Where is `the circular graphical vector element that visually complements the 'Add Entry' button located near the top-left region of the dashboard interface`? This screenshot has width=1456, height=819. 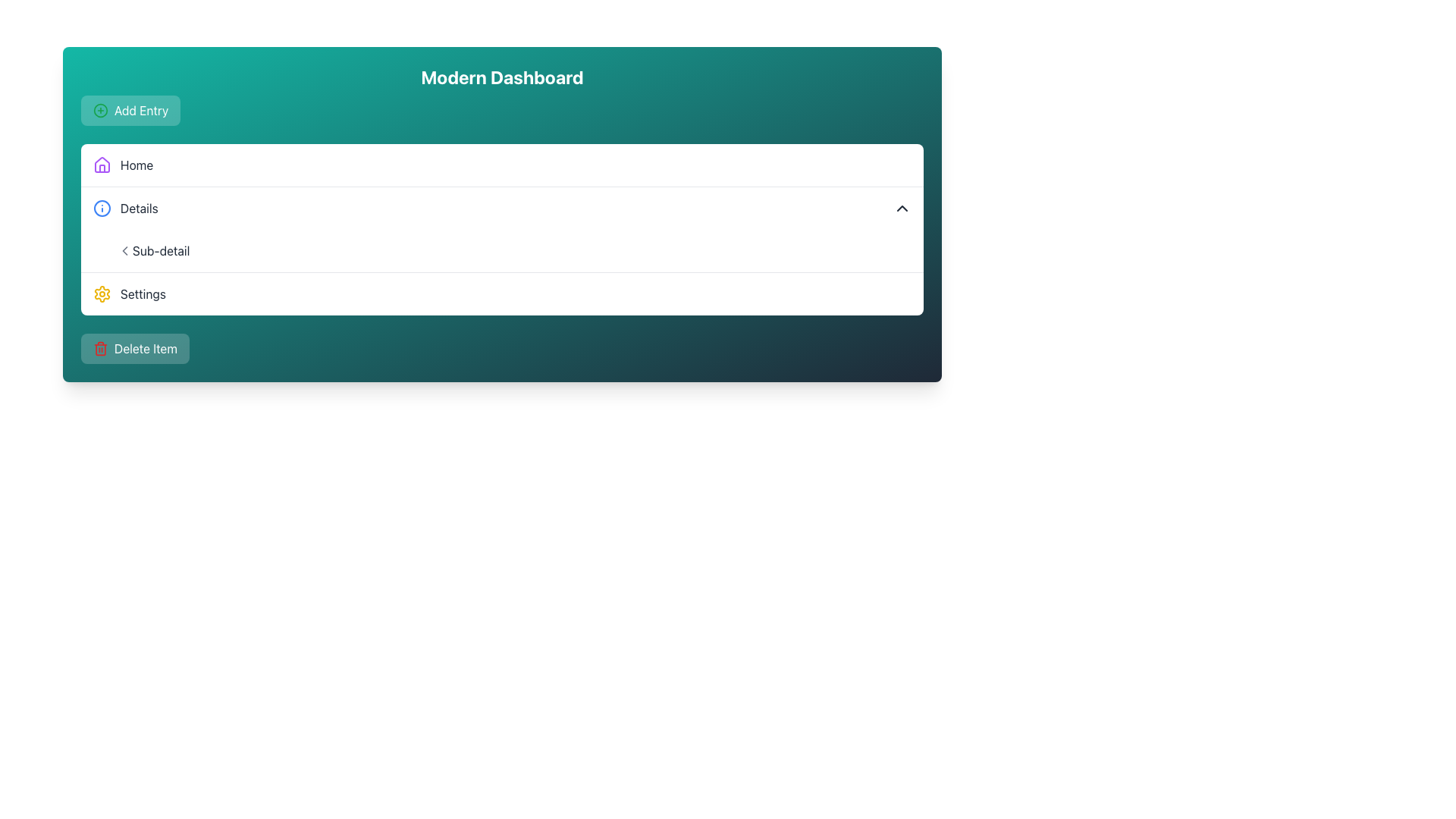 the circular graphical vector element that visually complements the 'Add Entry' button located near the top-left region of the dashboard interface is located at coordinates (100, 110).